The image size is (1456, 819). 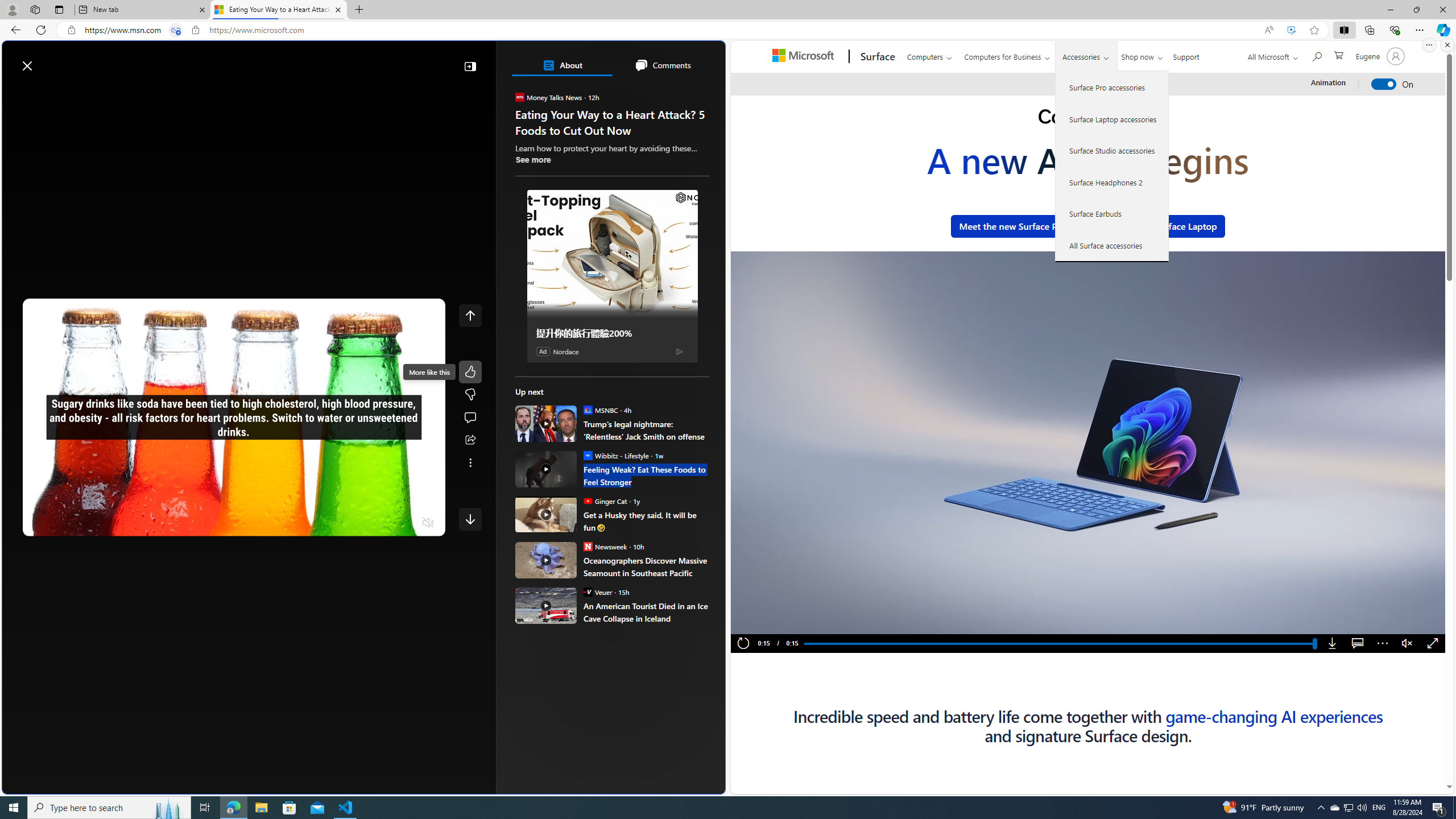 What do you see at coordinates (470, 371) in the screenshot?
I see `'Like'` at bounding box center [470, 371].